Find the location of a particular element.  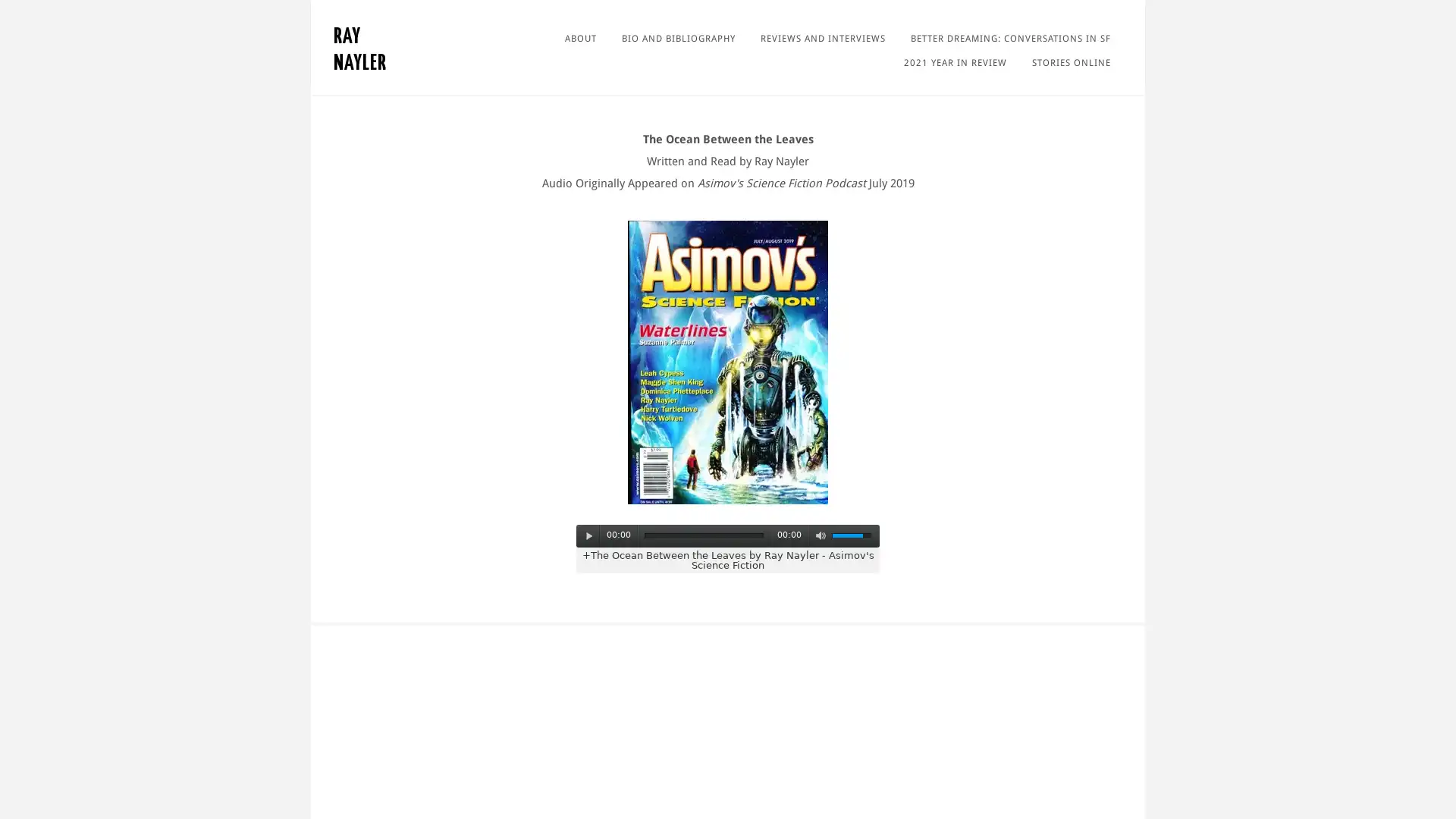

Mute Toggle is located at coordinates (819, 535).